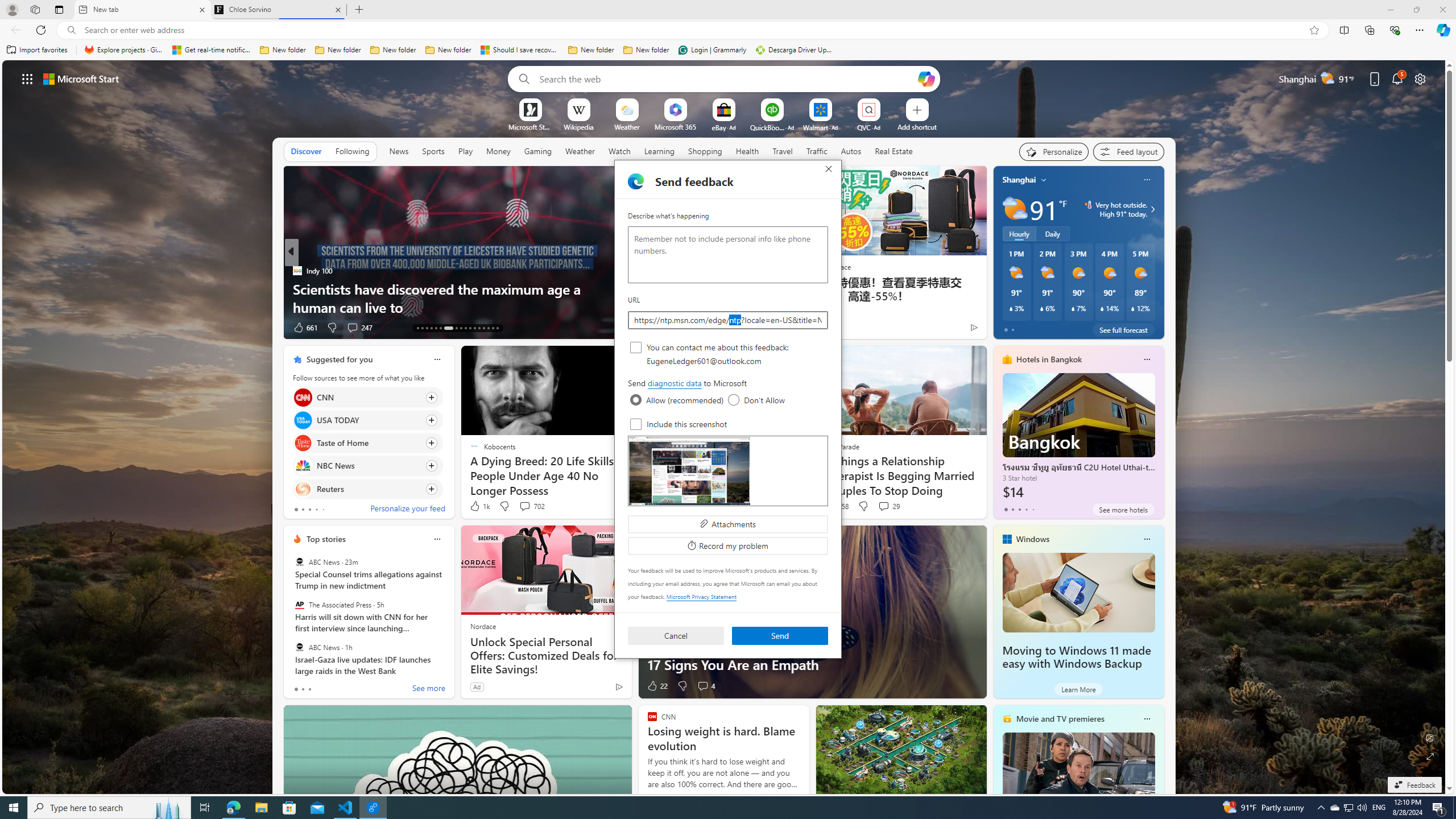 This screenshot has height=819, width=1456. Describe the element at coordinates (675, 636) in the screenshot. I see `'Cancel'` at that location.